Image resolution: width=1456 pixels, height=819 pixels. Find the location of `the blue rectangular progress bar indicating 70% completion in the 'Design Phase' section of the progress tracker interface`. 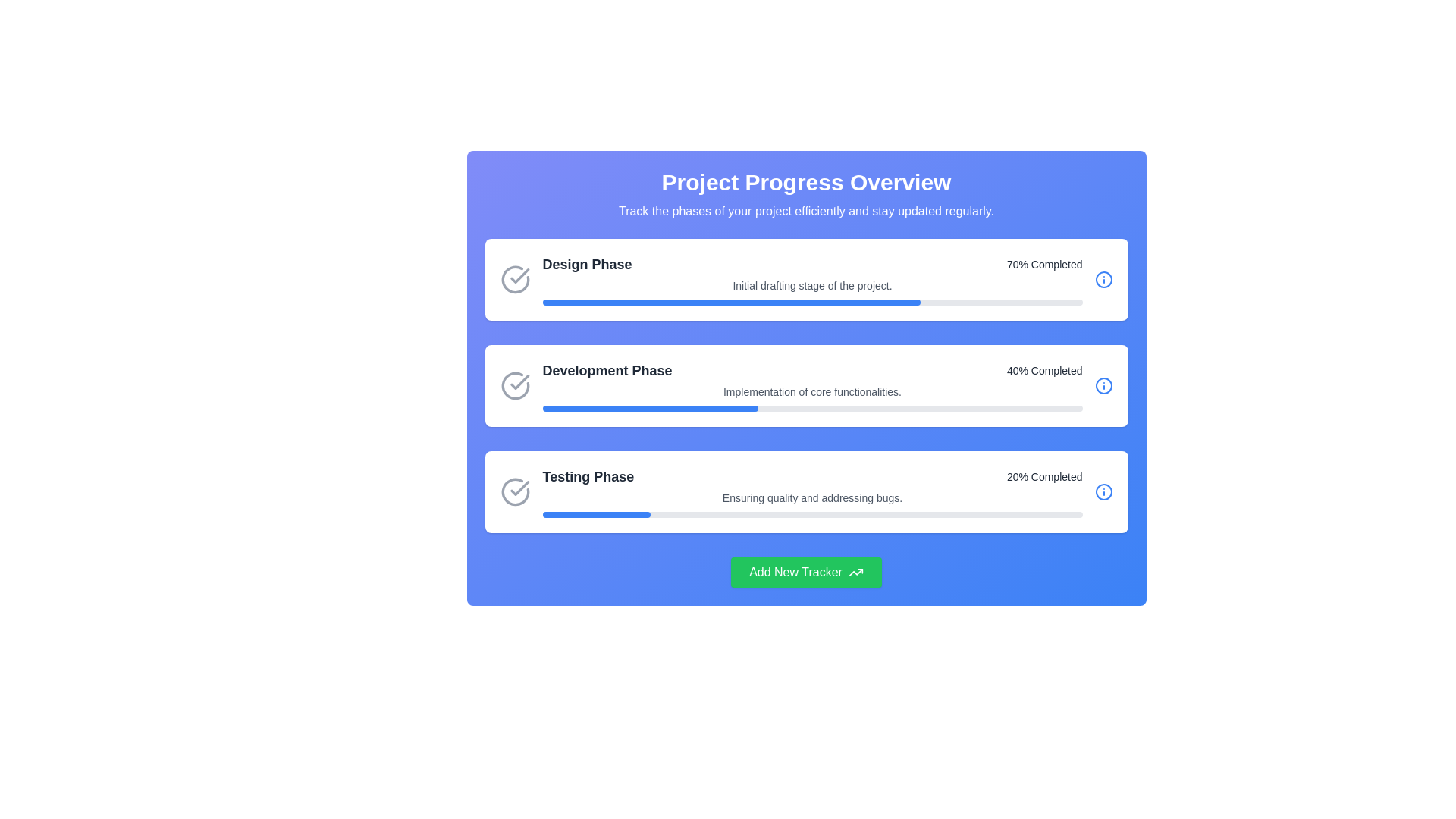

the blue rectangular progress bar indicating 70% completion in the 'Design Phase' section of the progress tracker interface is located at coordinates (731, 302).